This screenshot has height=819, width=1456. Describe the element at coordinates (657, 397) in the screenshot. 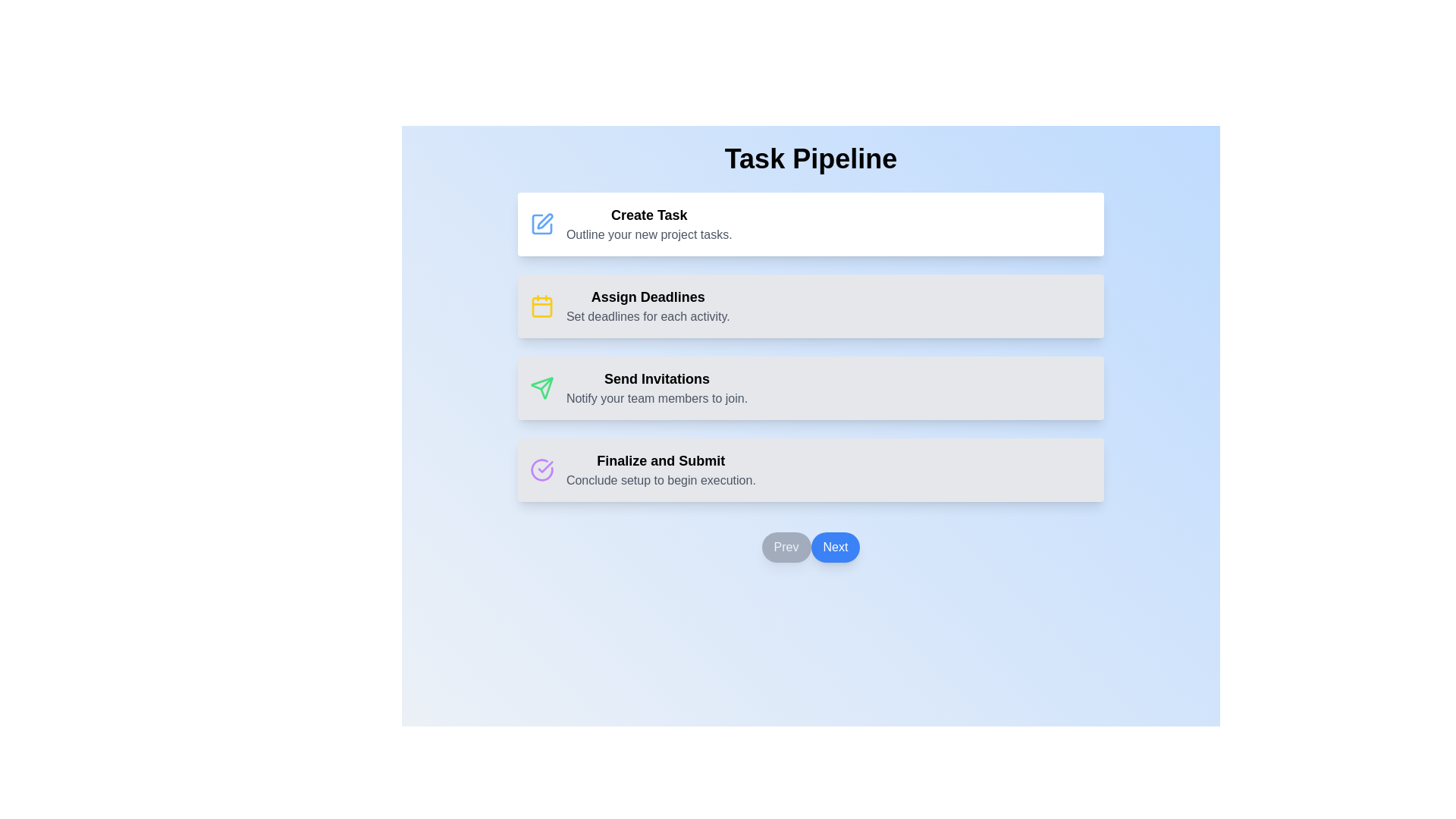

I see `the text label that reads 'Notify your team members to join.' which is located in the 'Send Invitations' section, directly below its title` at that location.